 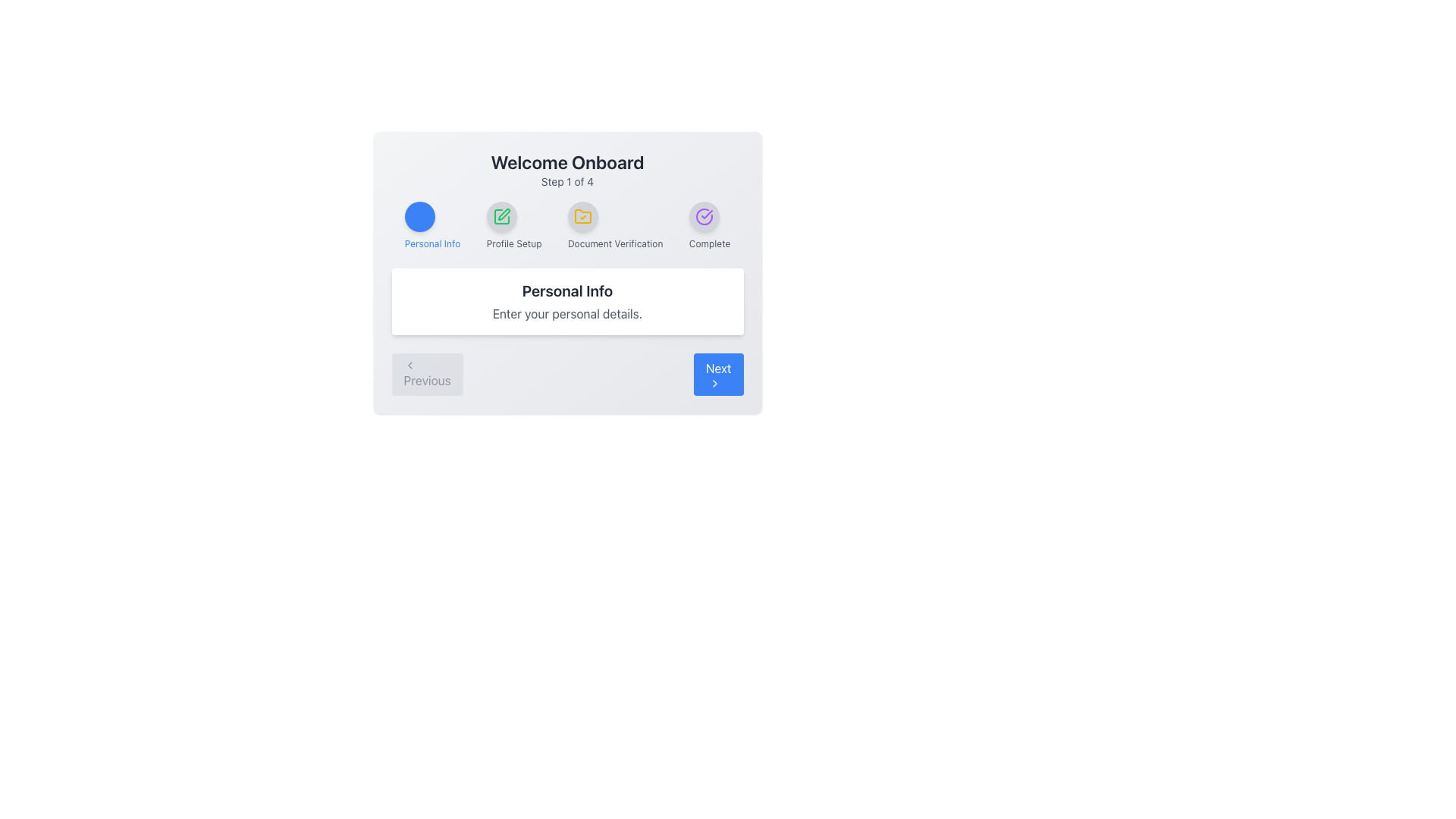 I want to click on the static text label that contains the instruction 'Enter your personal details.', which is styled in a smaller gray font and positioned below the 'Personal Info' heading within a card-like section, so click(x=566, y=312).